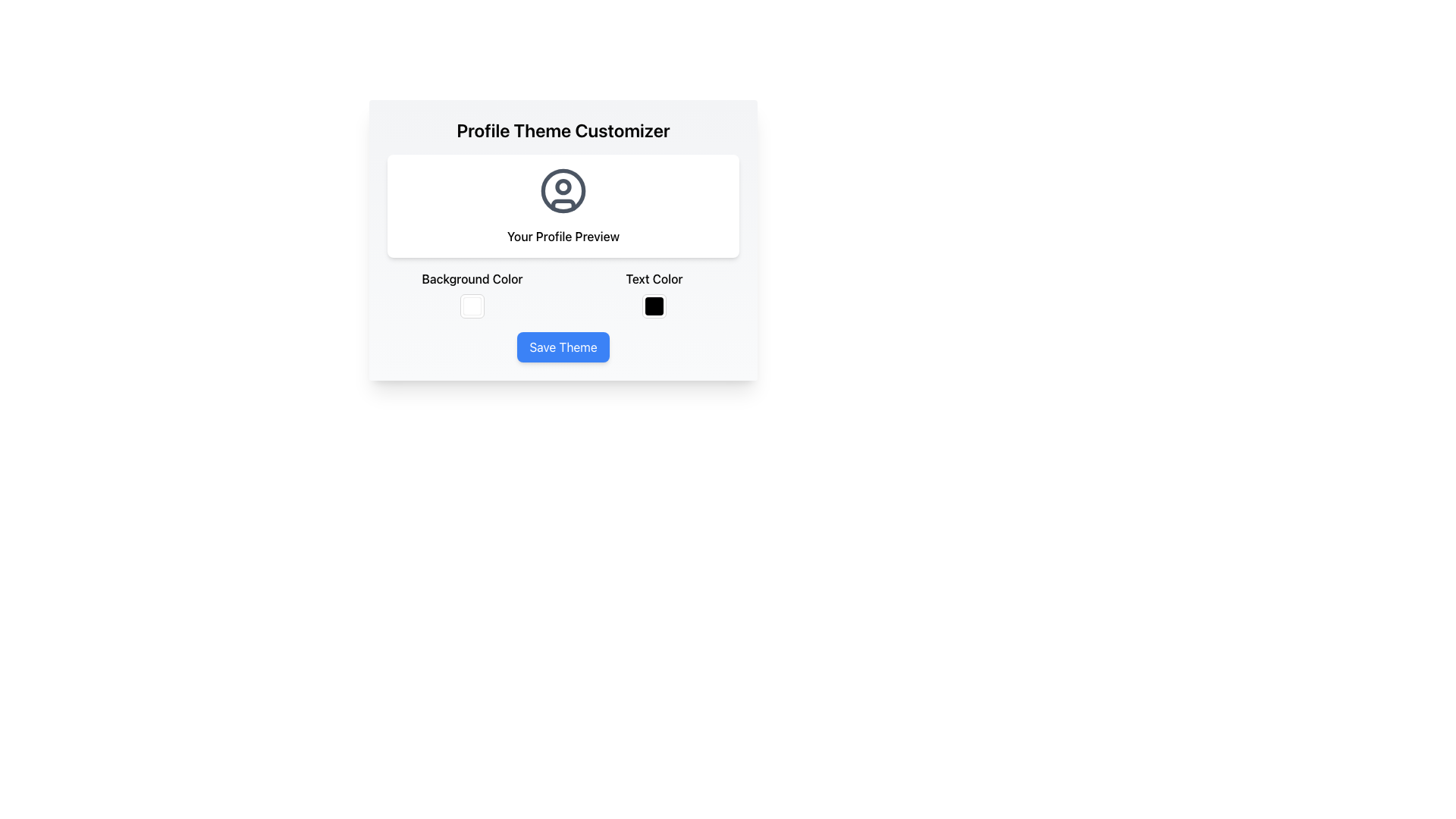 This screenshot has height=819, width=1456. I want to click on the user profile icon, which is a circular SVG shape located within the profile preview section, above the 'Your Profile Preview' label, so click(563, 189).